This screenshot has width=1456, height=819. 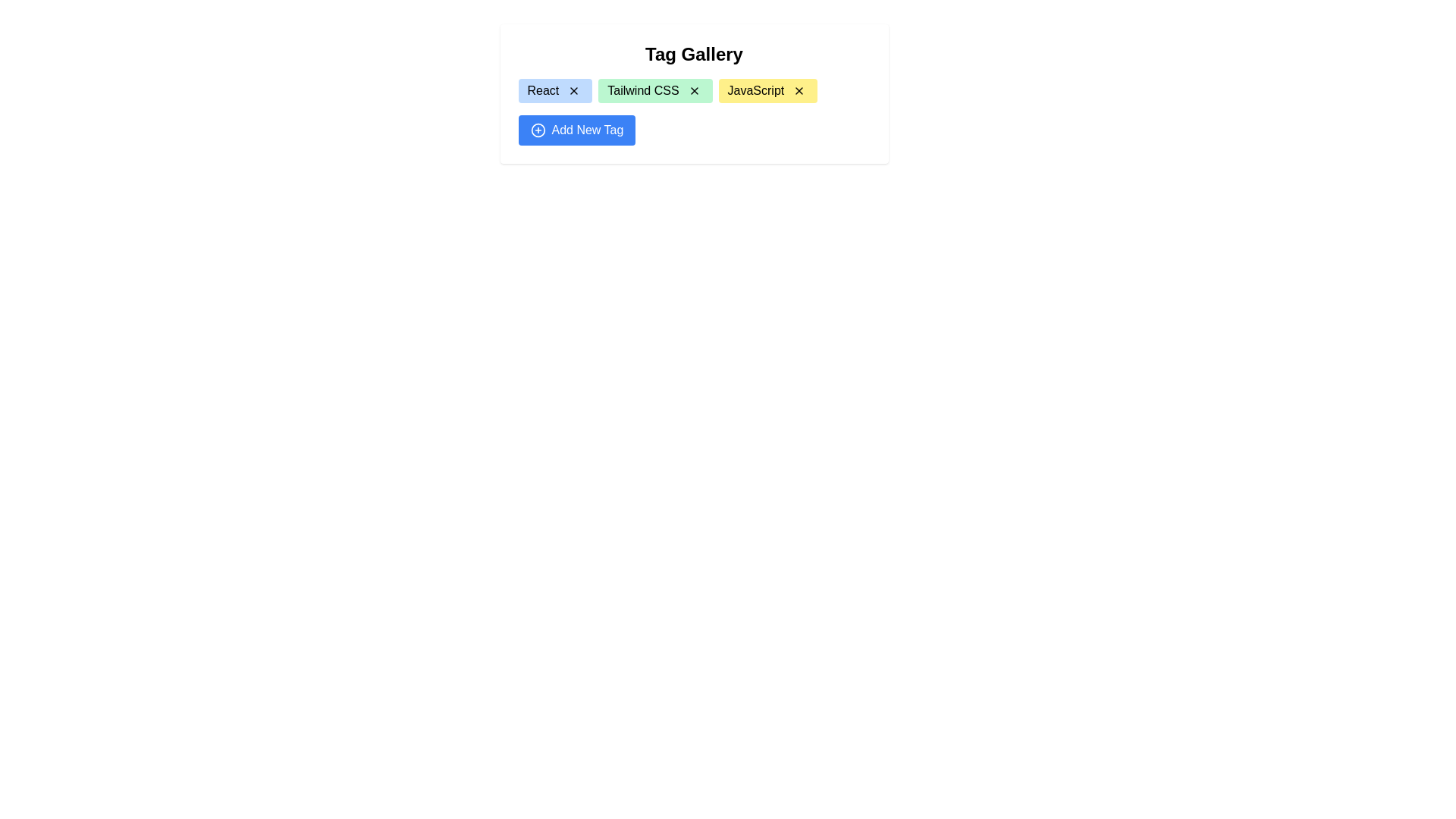 What do you see at coordinates (576, 130) in the screenshot?
I see `the button located at the bottom of the 'Tag Gallery' section to witness the hover effect, which allows users to add new tags` at bounding box center [576, 130].